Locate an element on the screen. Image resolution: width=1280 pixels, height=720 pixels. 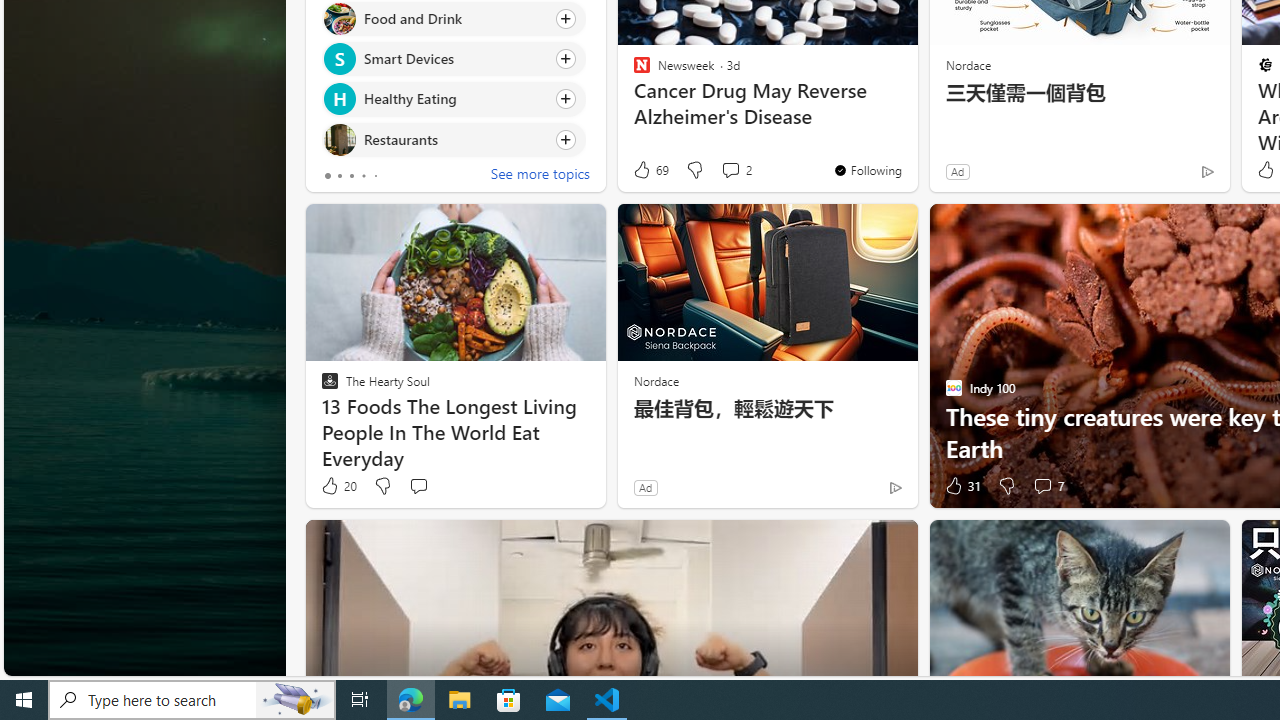
'See more topics' is located at coordinates (540, 175).